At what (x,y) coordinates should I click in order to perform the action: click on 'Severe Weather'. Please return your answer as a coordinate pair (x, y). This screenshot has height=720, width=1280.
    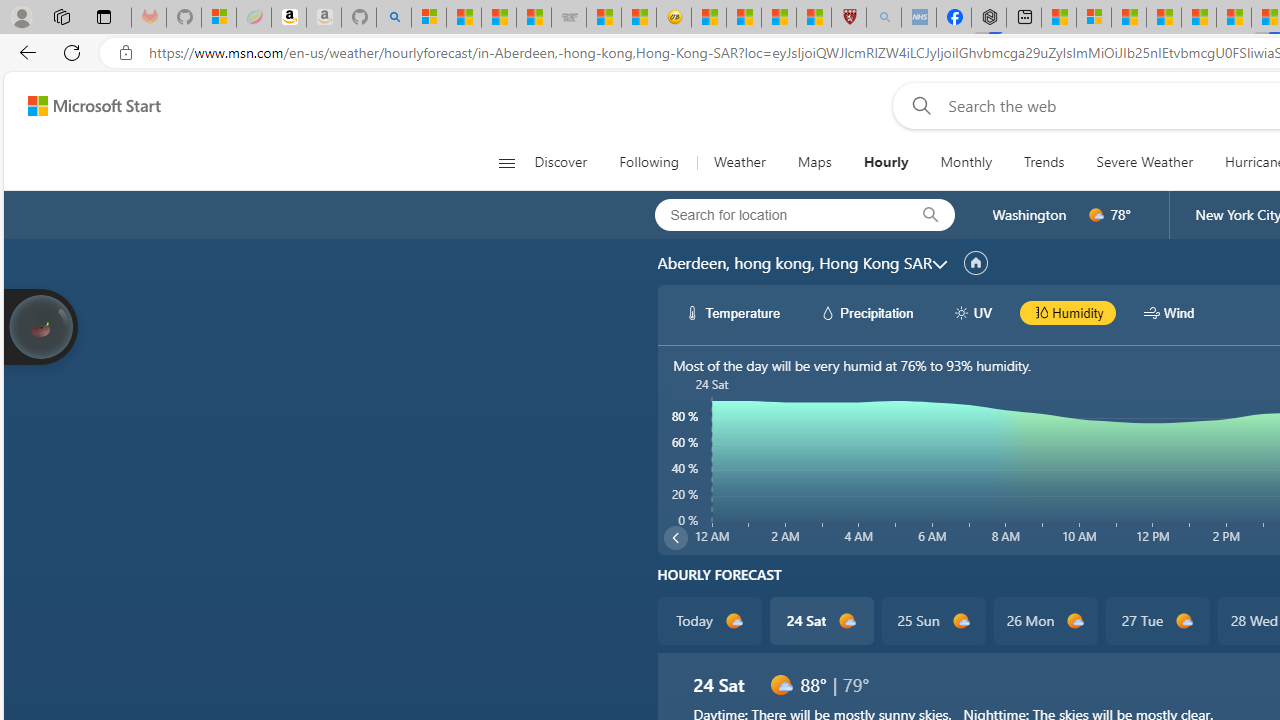
    Looking at the image, I should click on (1144, 162).